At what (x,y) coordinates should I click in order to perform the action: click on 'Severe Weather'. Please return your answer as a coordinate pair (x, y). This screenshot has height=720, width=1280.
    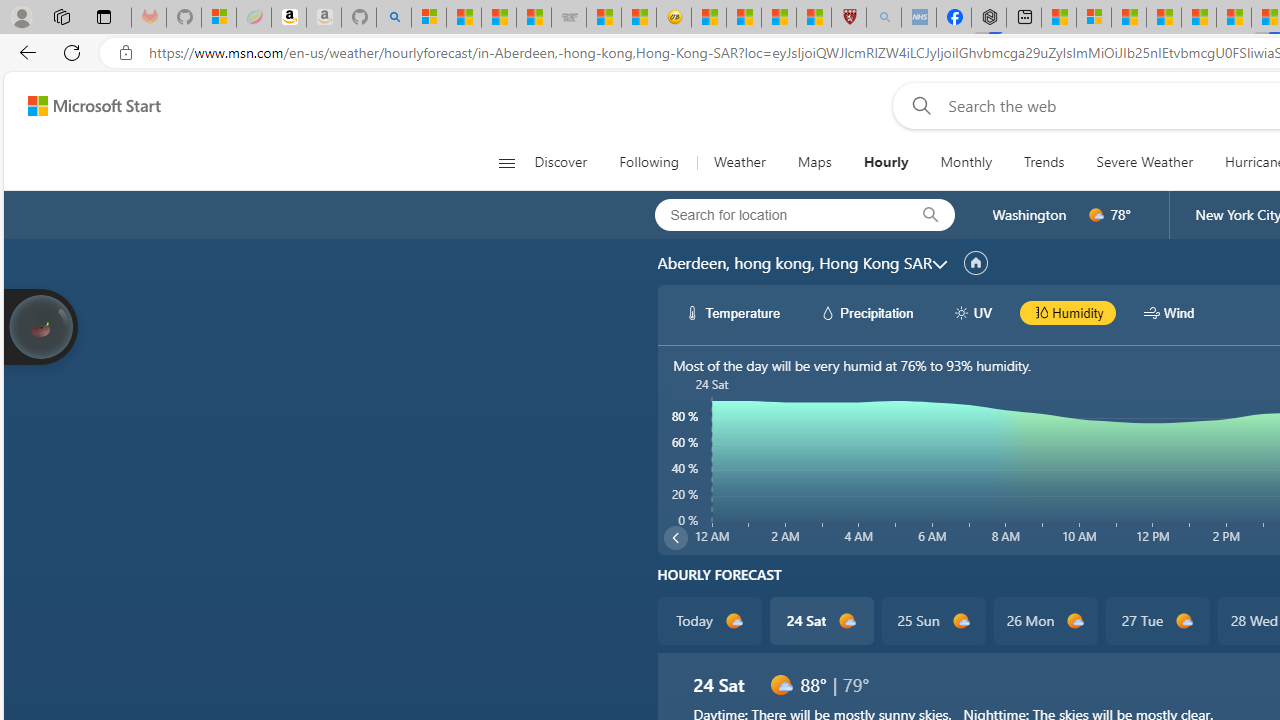
    Looking at the image, I should click on (1144, 162).